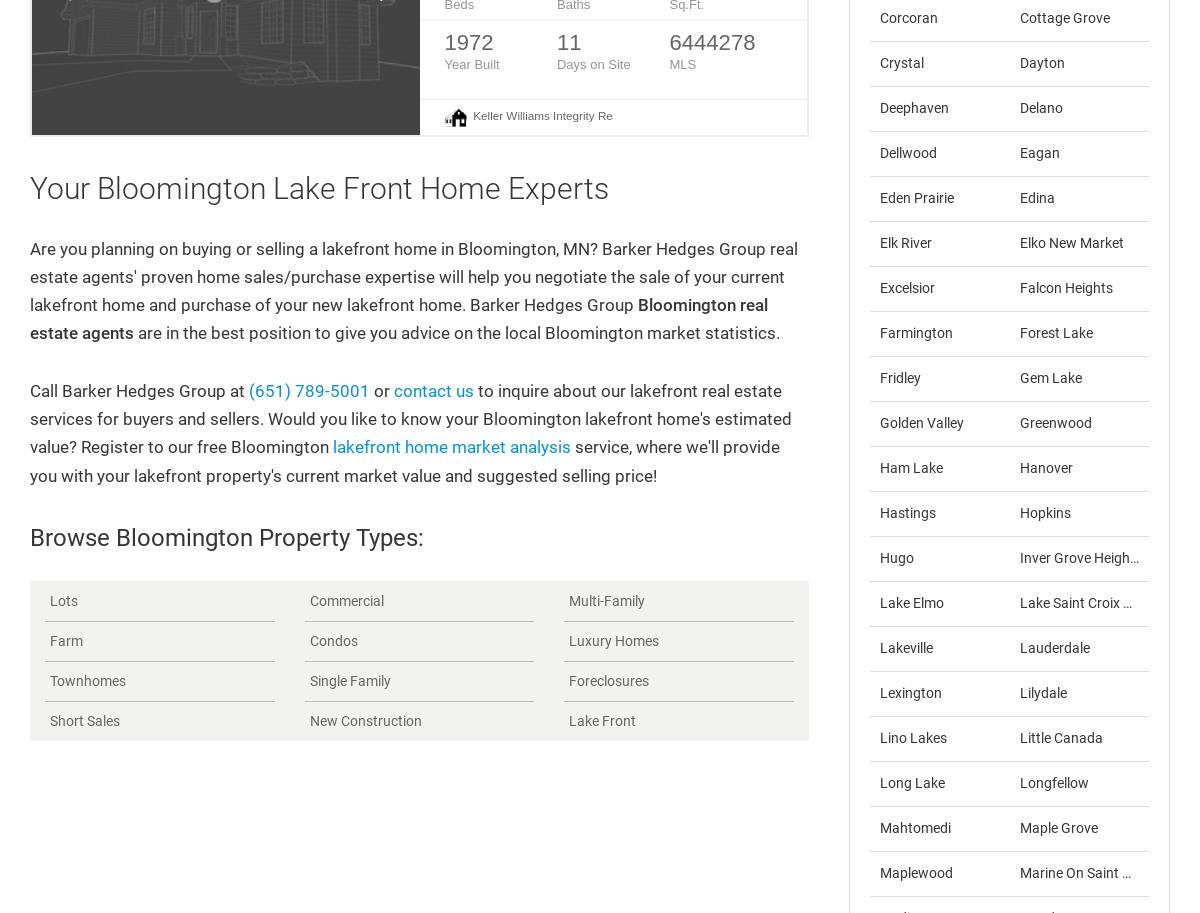 The width and height of the screenshot is (1200, 913). I want to click on 'Dayton', so click(1041, 61).